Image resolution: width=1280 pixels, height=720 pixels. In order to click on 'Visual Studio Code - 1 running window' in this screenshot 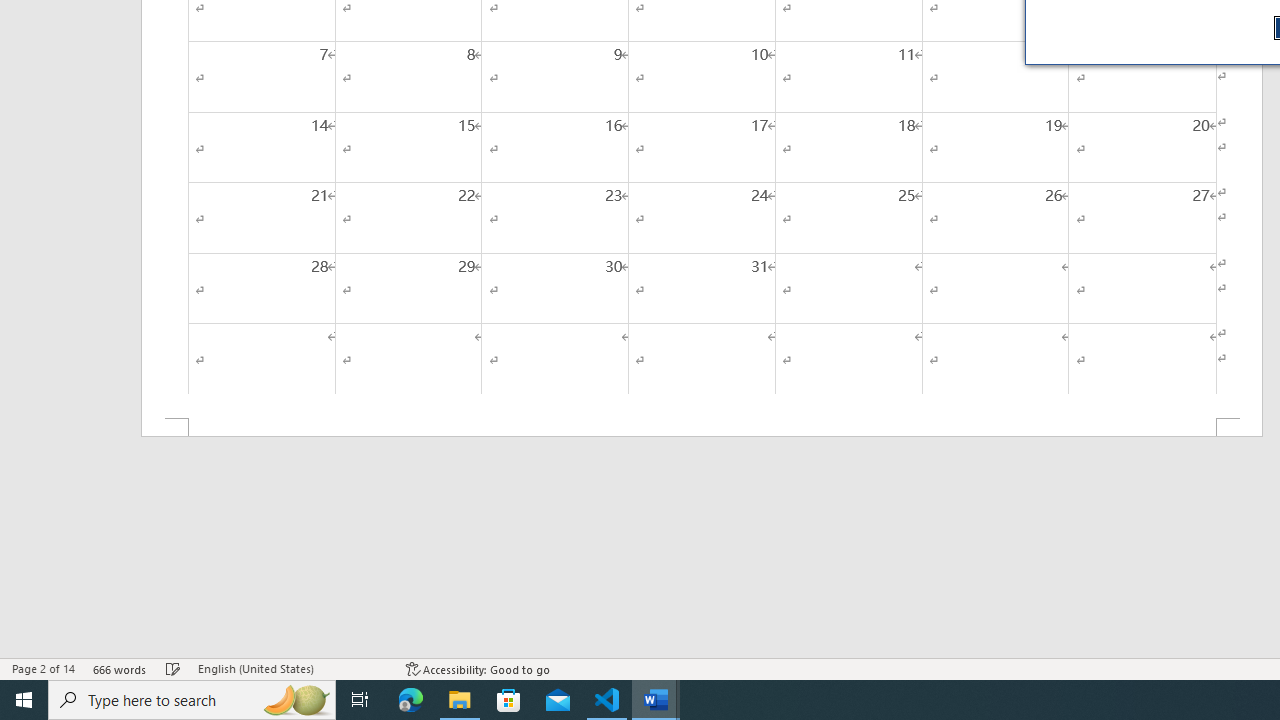, I will do `click(606, 698)`.